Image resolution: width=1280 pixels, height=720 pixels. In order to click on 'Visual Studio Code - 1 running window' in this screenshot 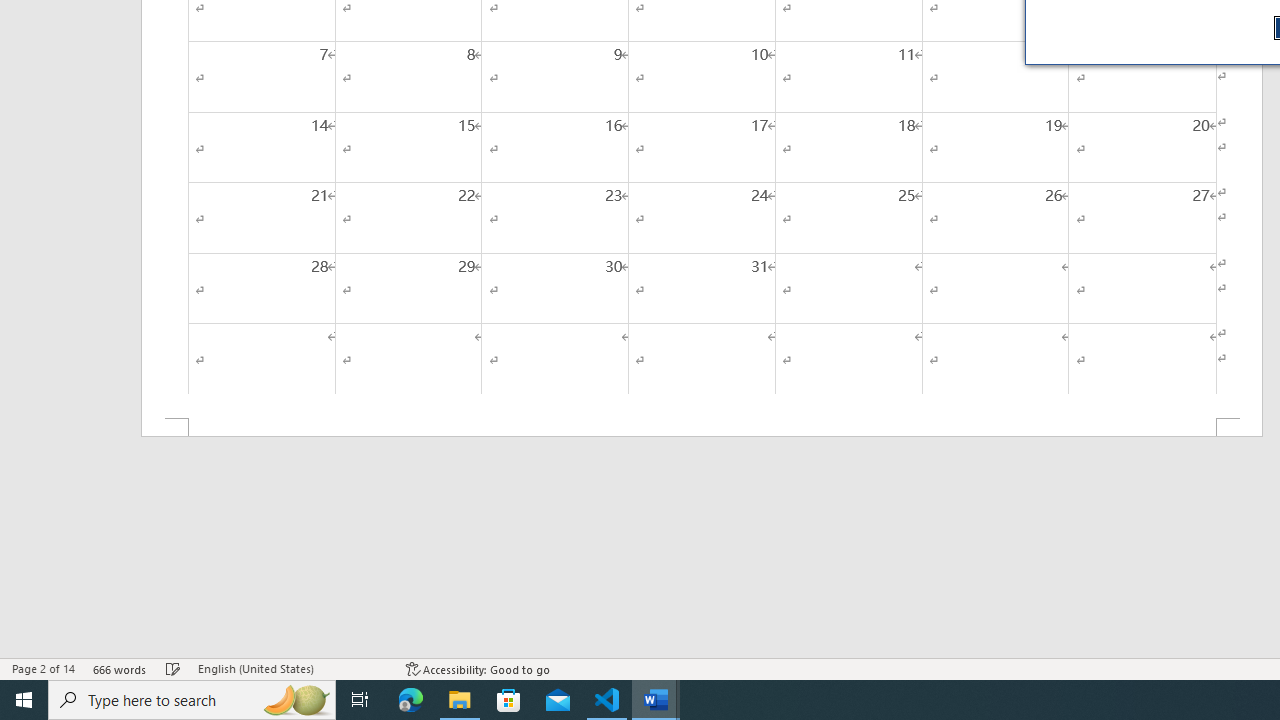, I will do `click(606, 698)`.